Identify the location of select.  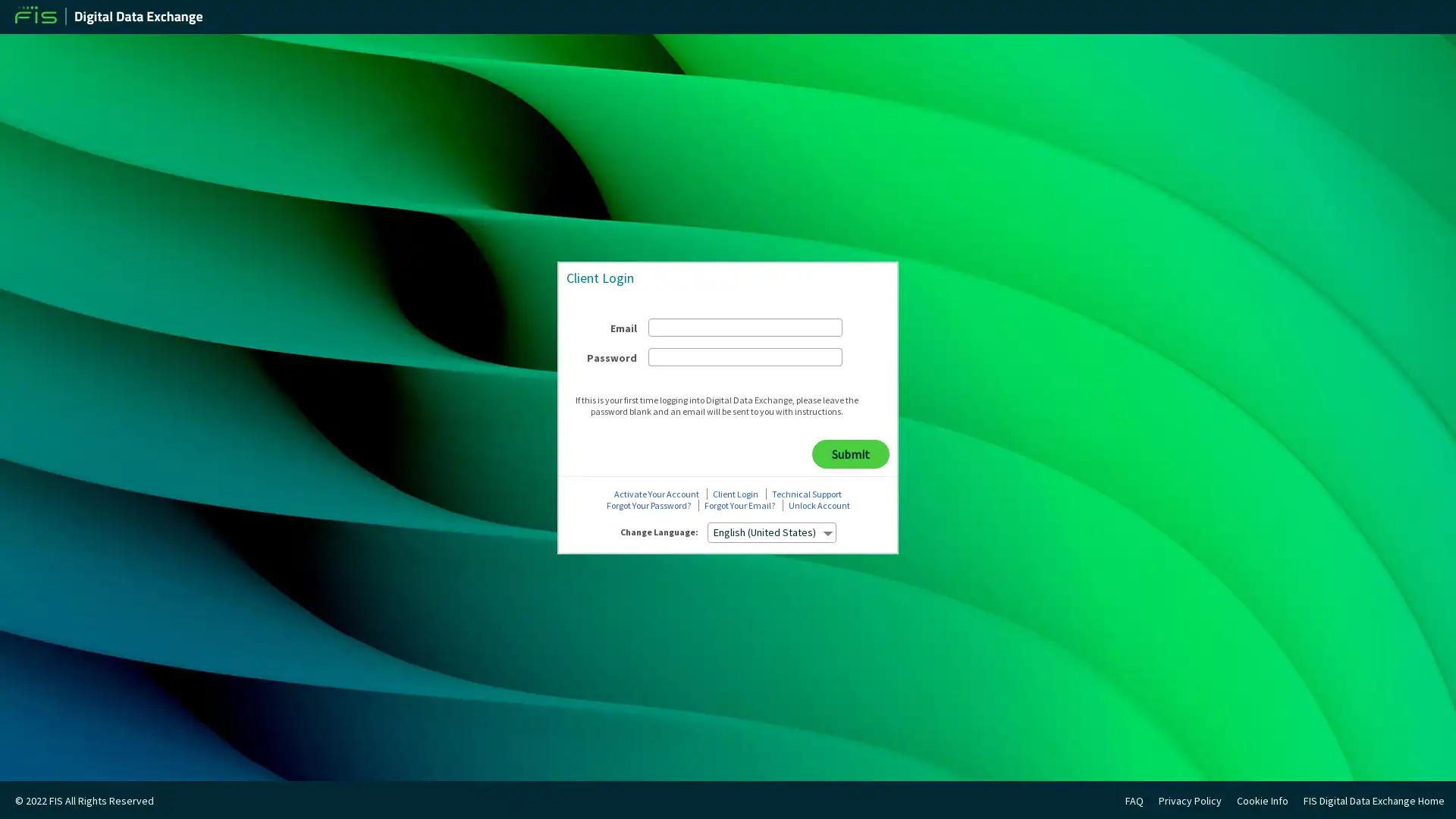
(825, 531).